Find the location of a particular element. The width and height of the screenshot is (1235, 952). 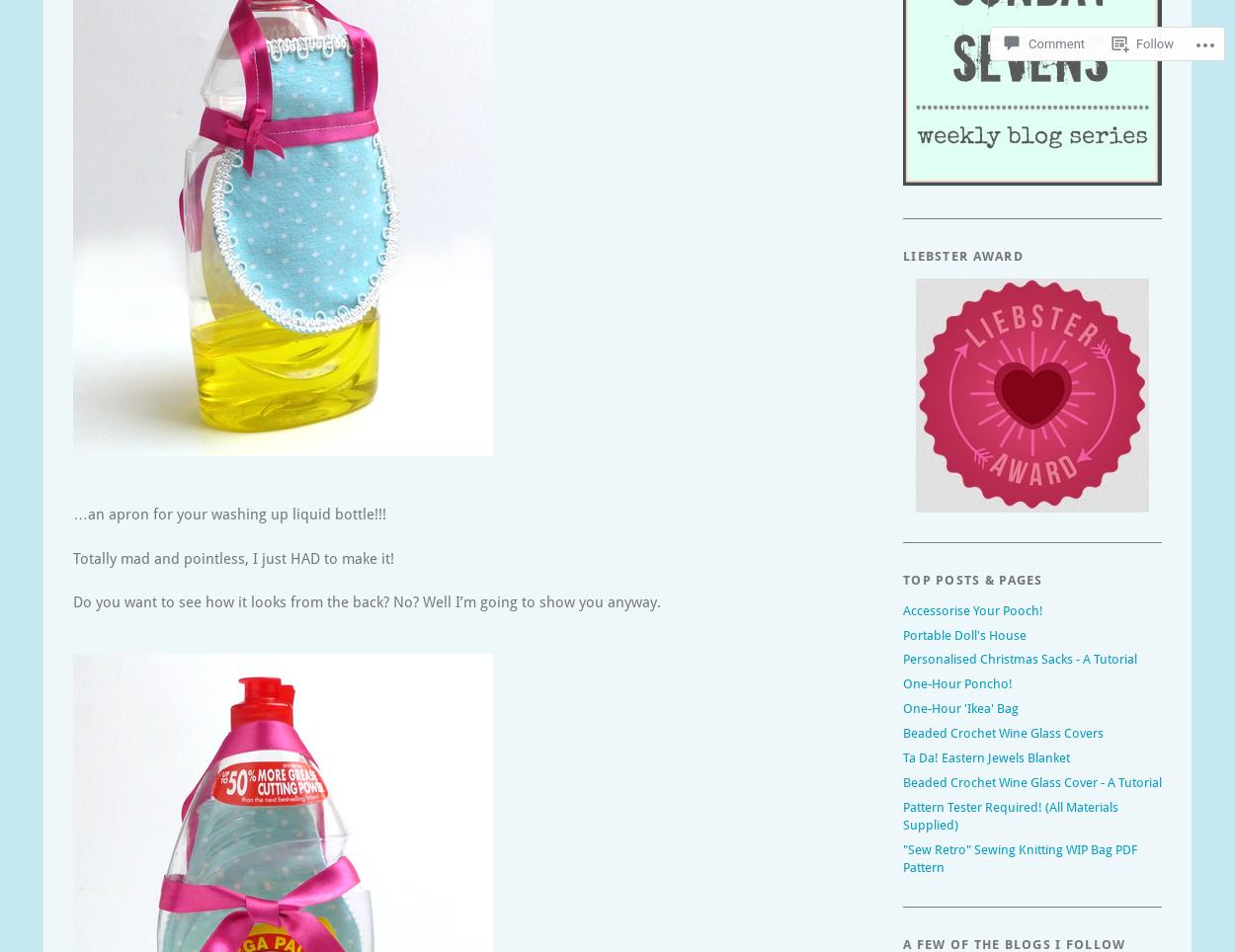

'One-Hour 'Ikea' Bag' is located at coordinates (959, 708).